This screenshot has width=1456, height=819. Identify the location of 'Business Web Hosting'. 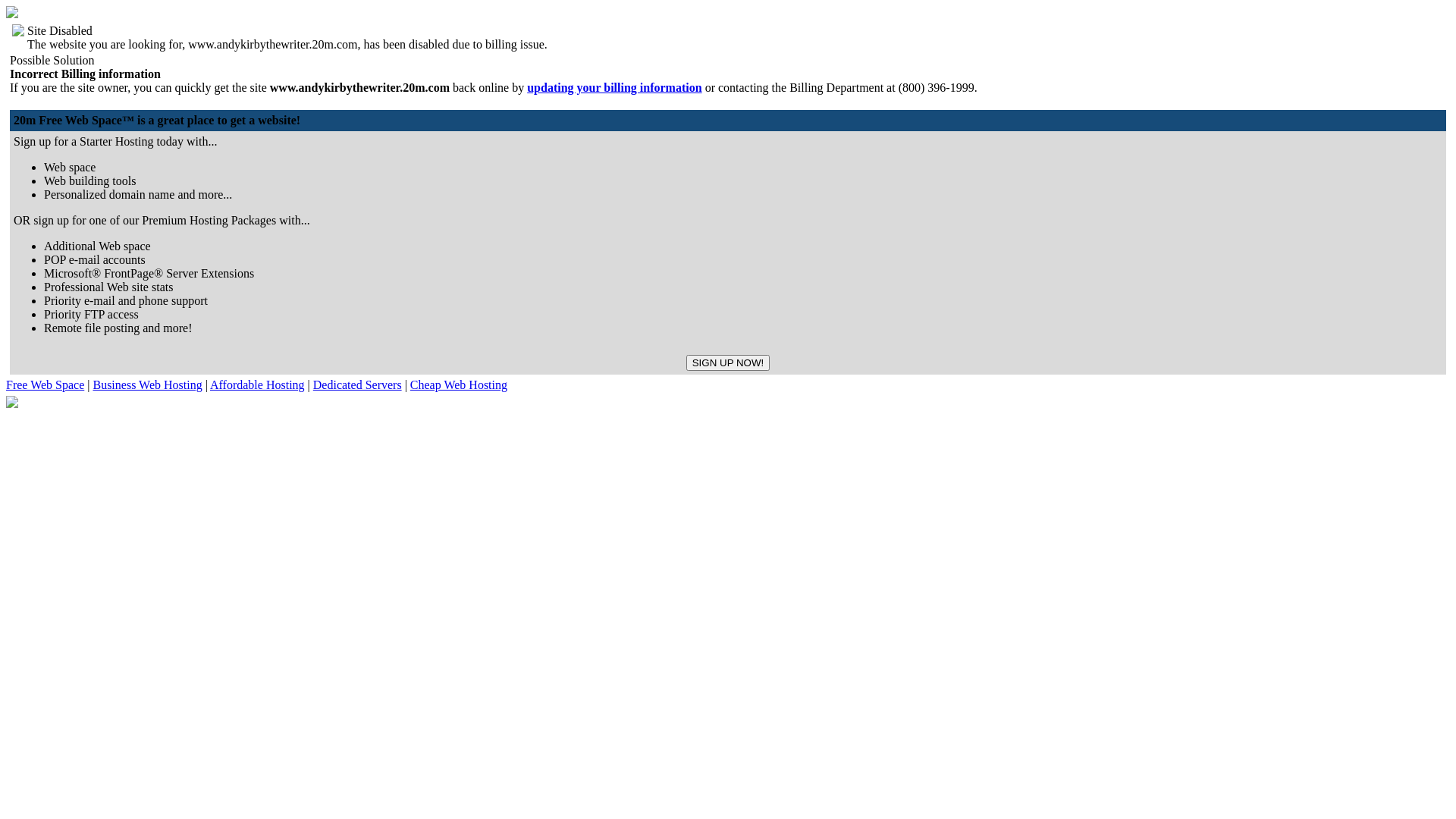
(146, 384).